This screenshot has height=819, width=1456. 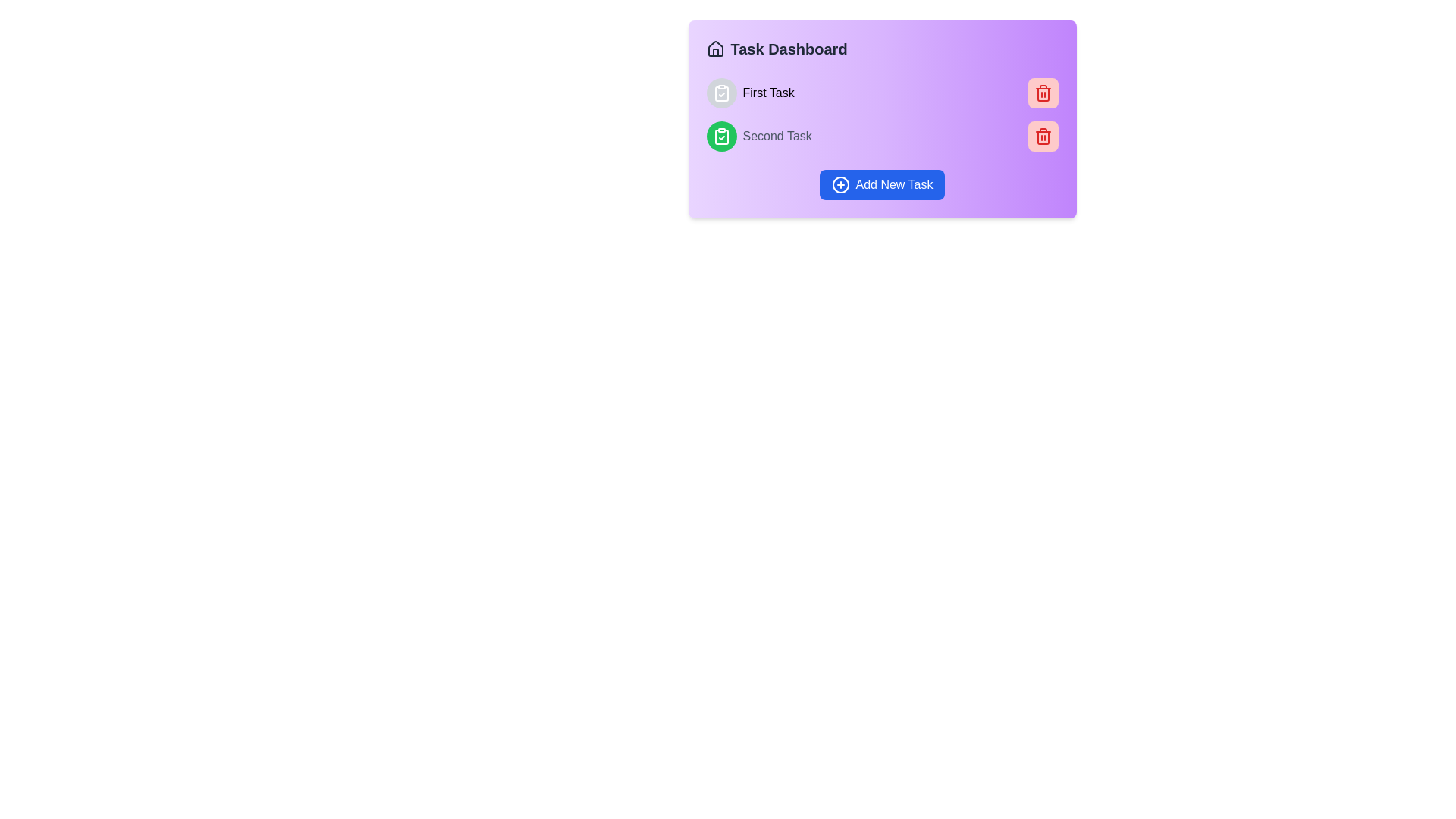 I want to click on the red trash icon, so click(x=1042, y=93).